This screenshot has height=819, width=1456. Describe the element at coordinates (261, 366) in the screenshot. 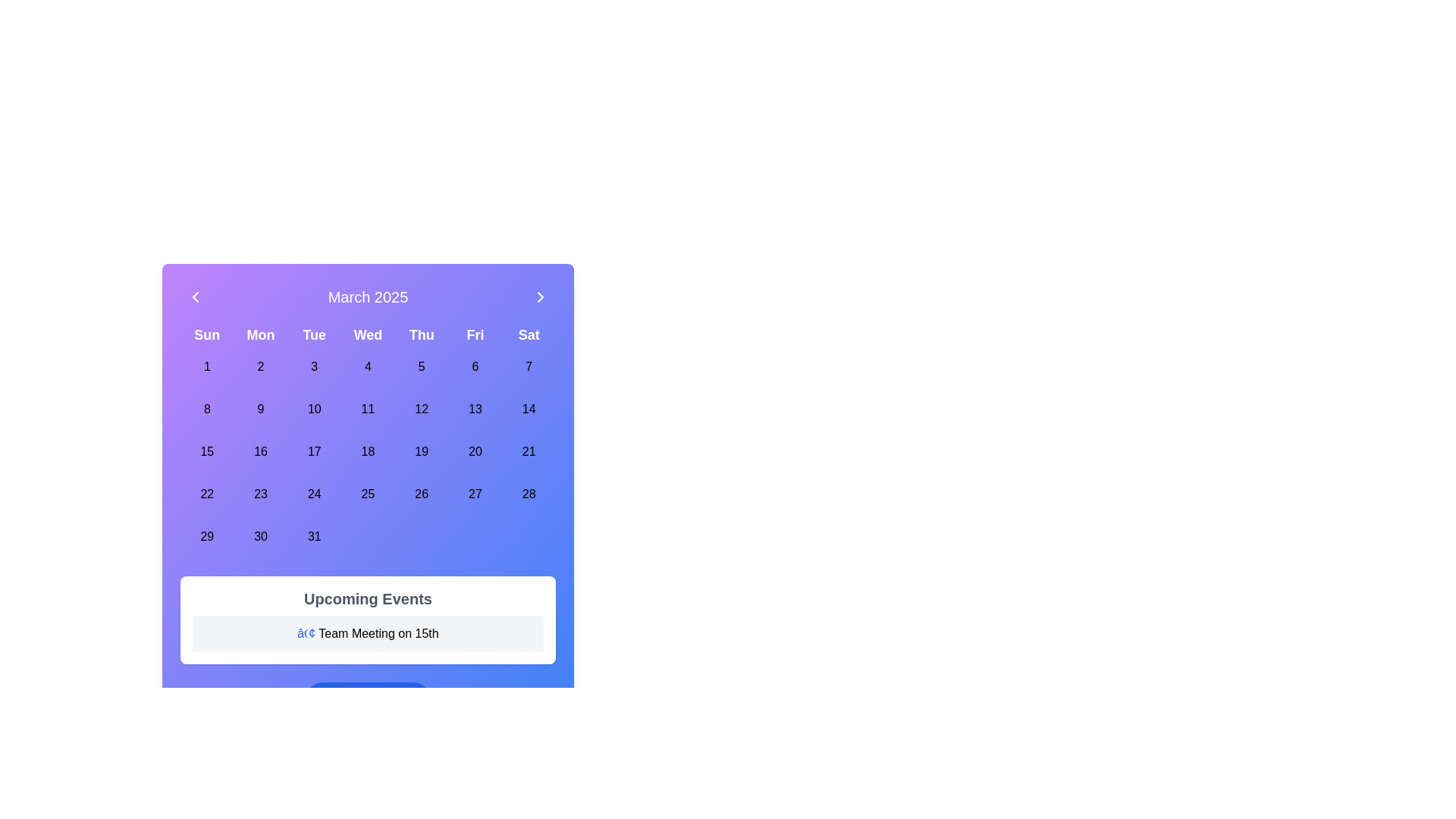

I see `the clickable calendar date cell representing the second day of the month, located below the 'Mon' header, to change its appearance` at that location.